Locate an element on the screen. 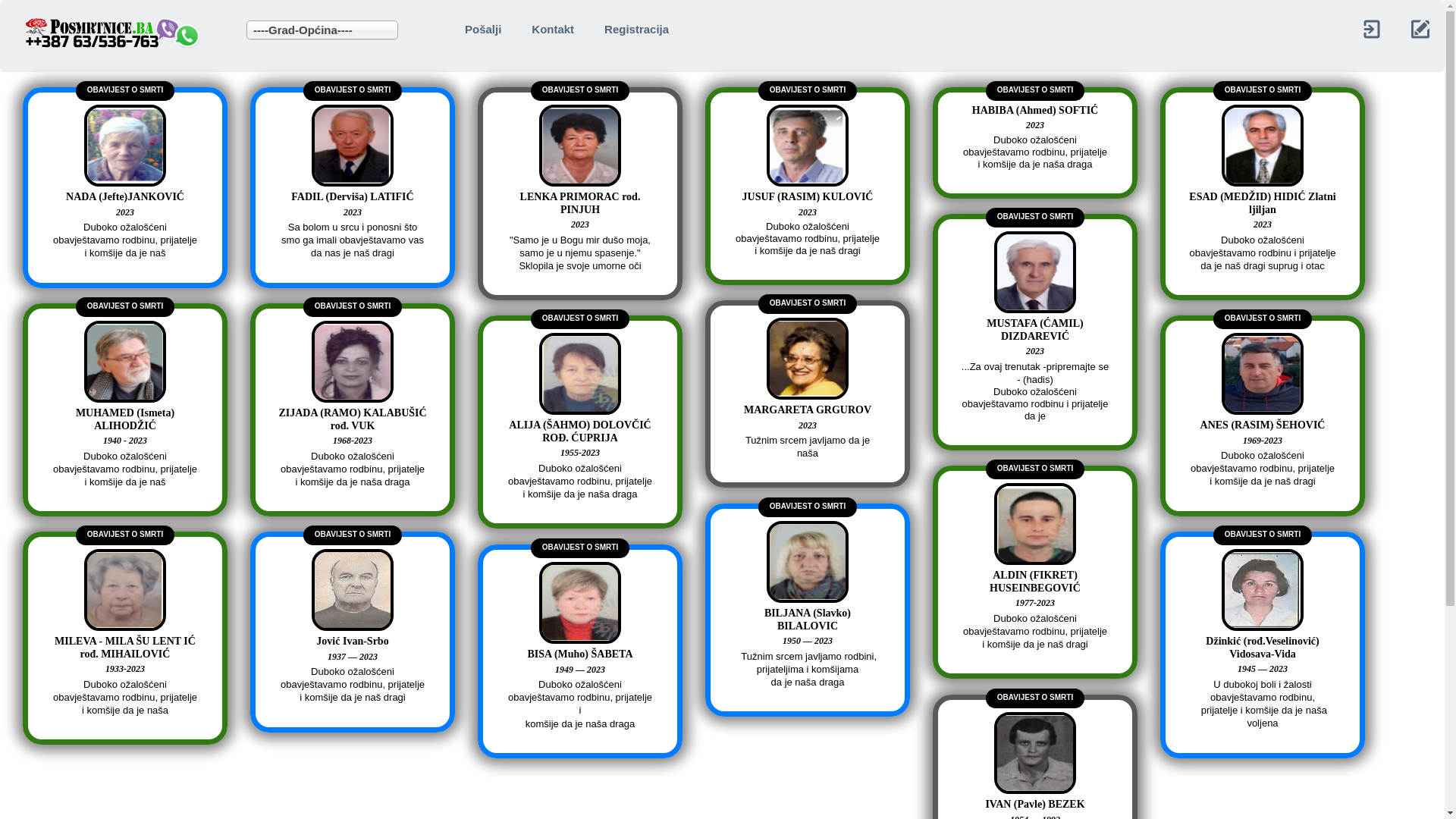 The width and height of the screenshot is (1456, 819). '1933-2023' is located at coordinates (124, 675).